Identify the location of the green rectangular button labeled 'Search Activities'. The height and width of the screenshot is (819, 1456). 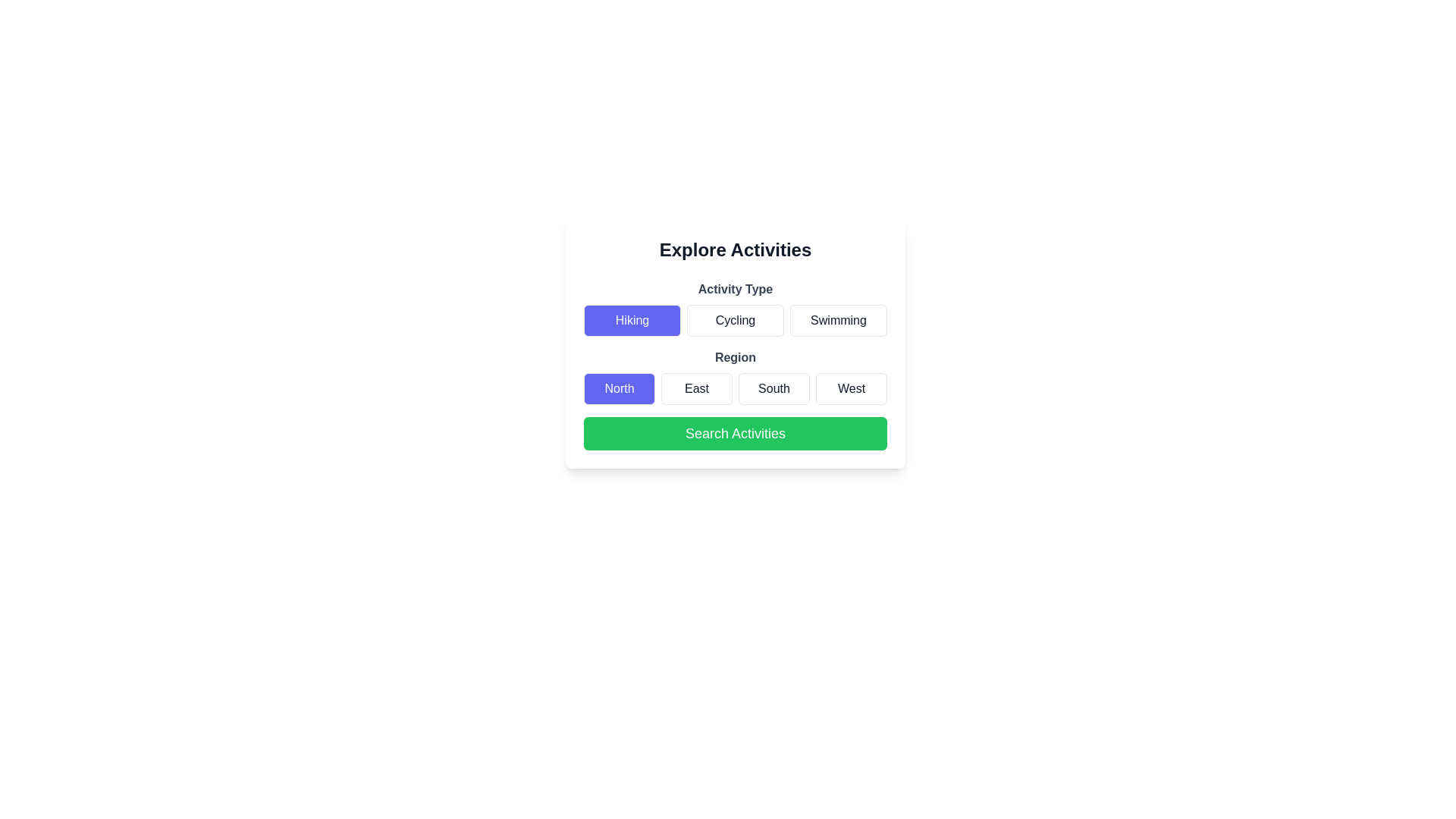
(735, 433).